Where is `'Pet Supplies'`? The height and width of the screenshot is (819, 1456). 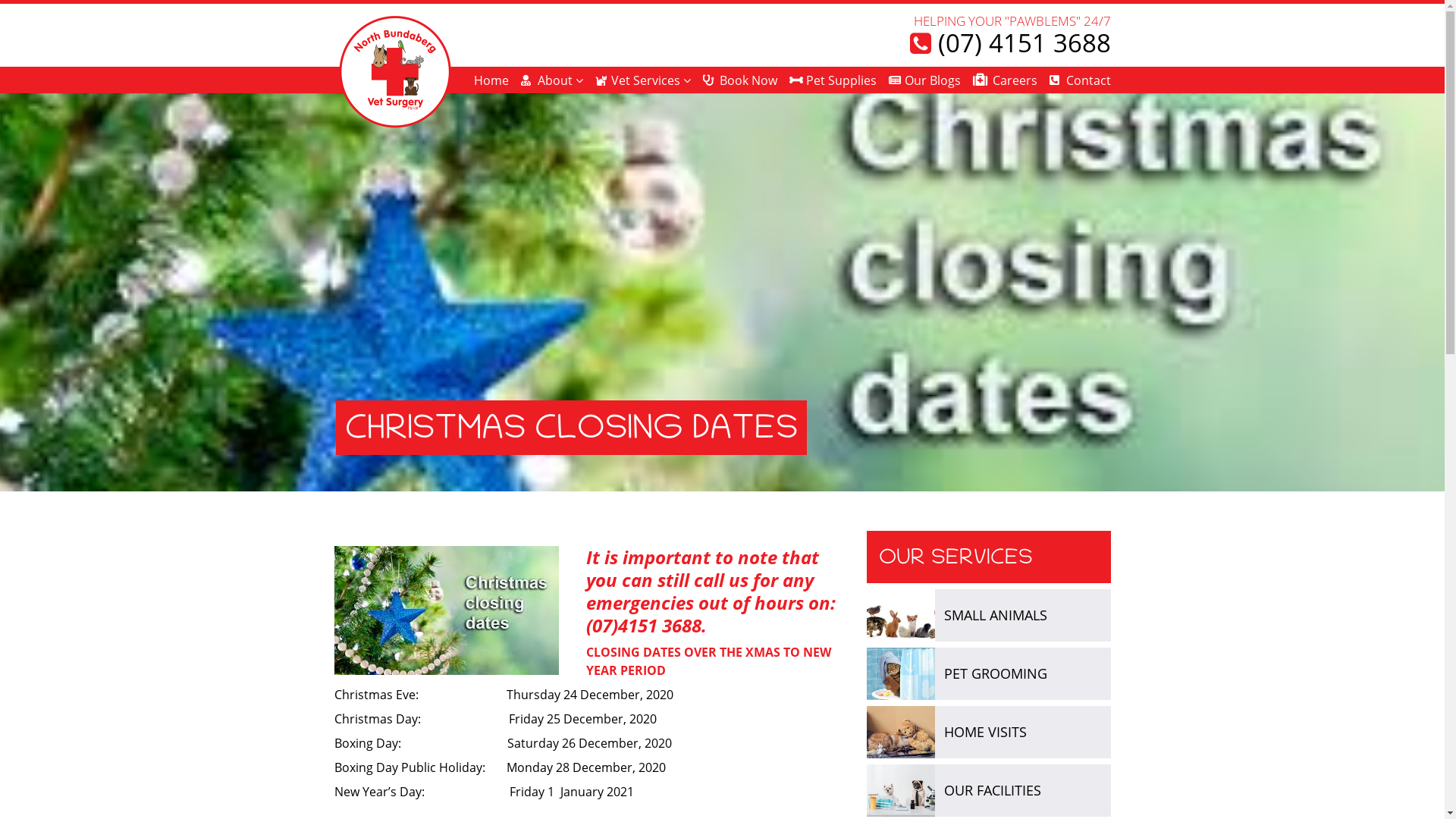 'Pet Supplies' is located at coordinates (832, 80).